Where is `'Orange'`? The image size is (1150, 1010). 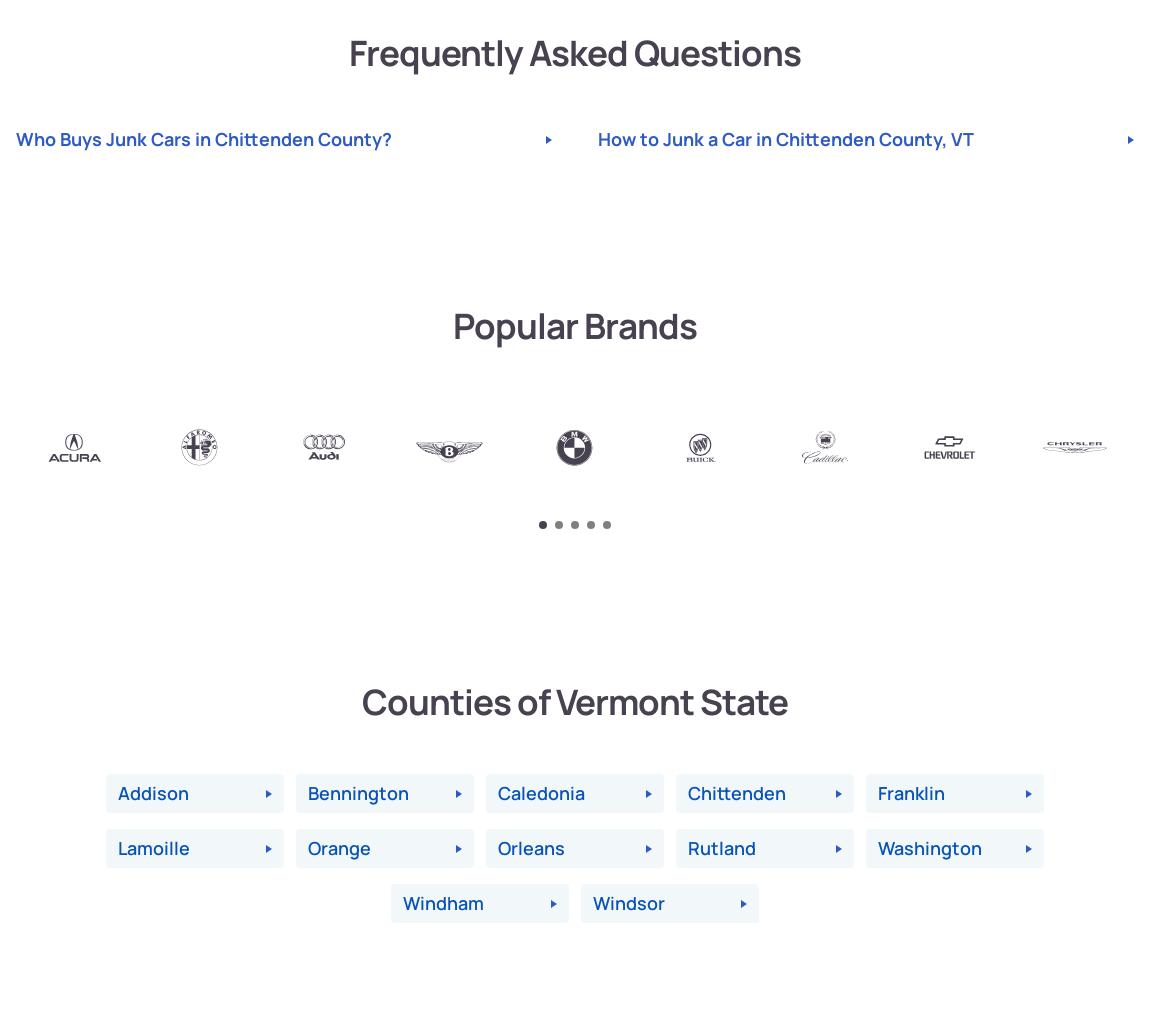 'Orange' is located at coordinates (339, 847).